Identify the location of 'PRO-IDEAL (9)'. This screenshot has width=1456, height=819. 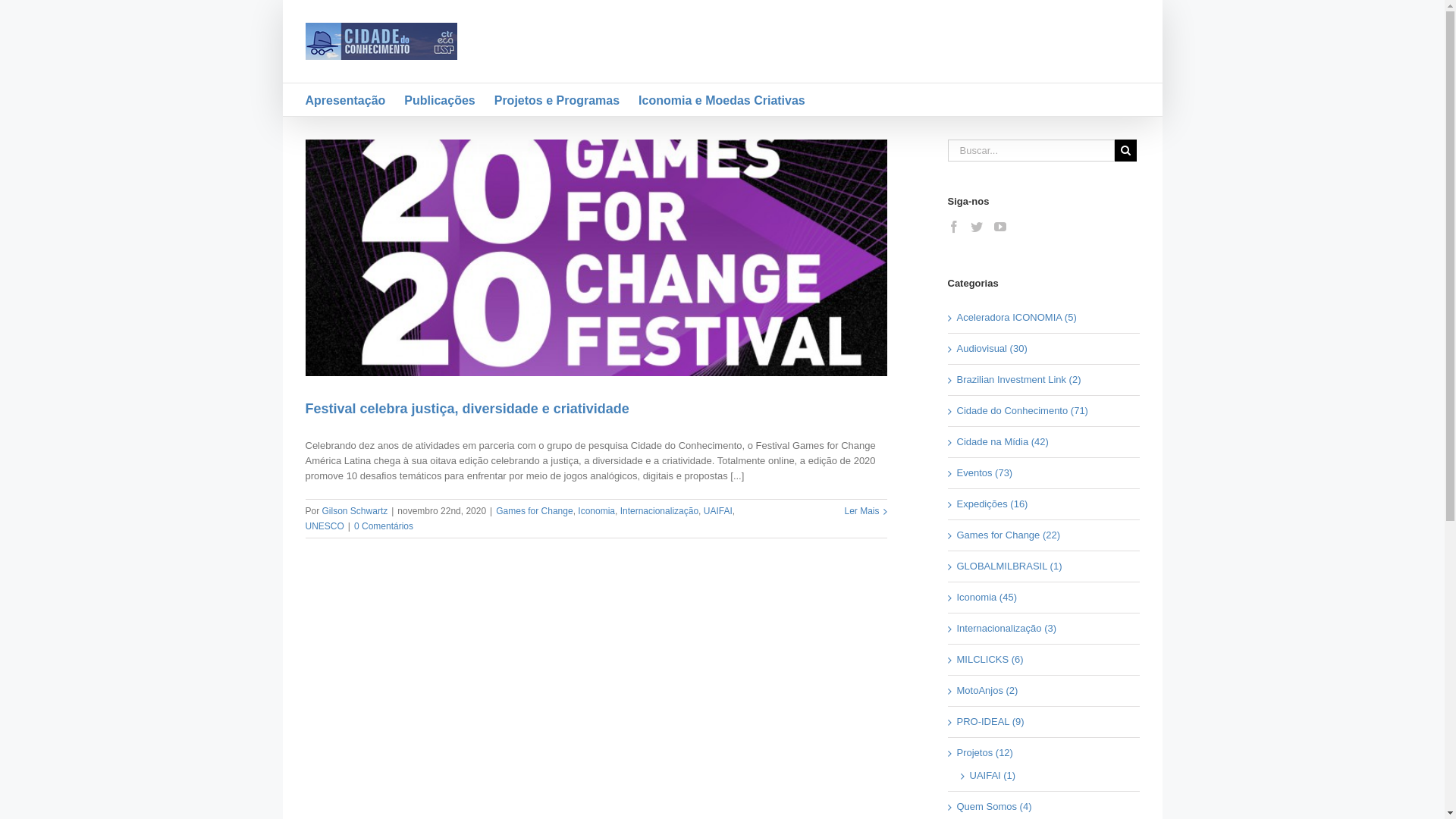
(1043, 721).